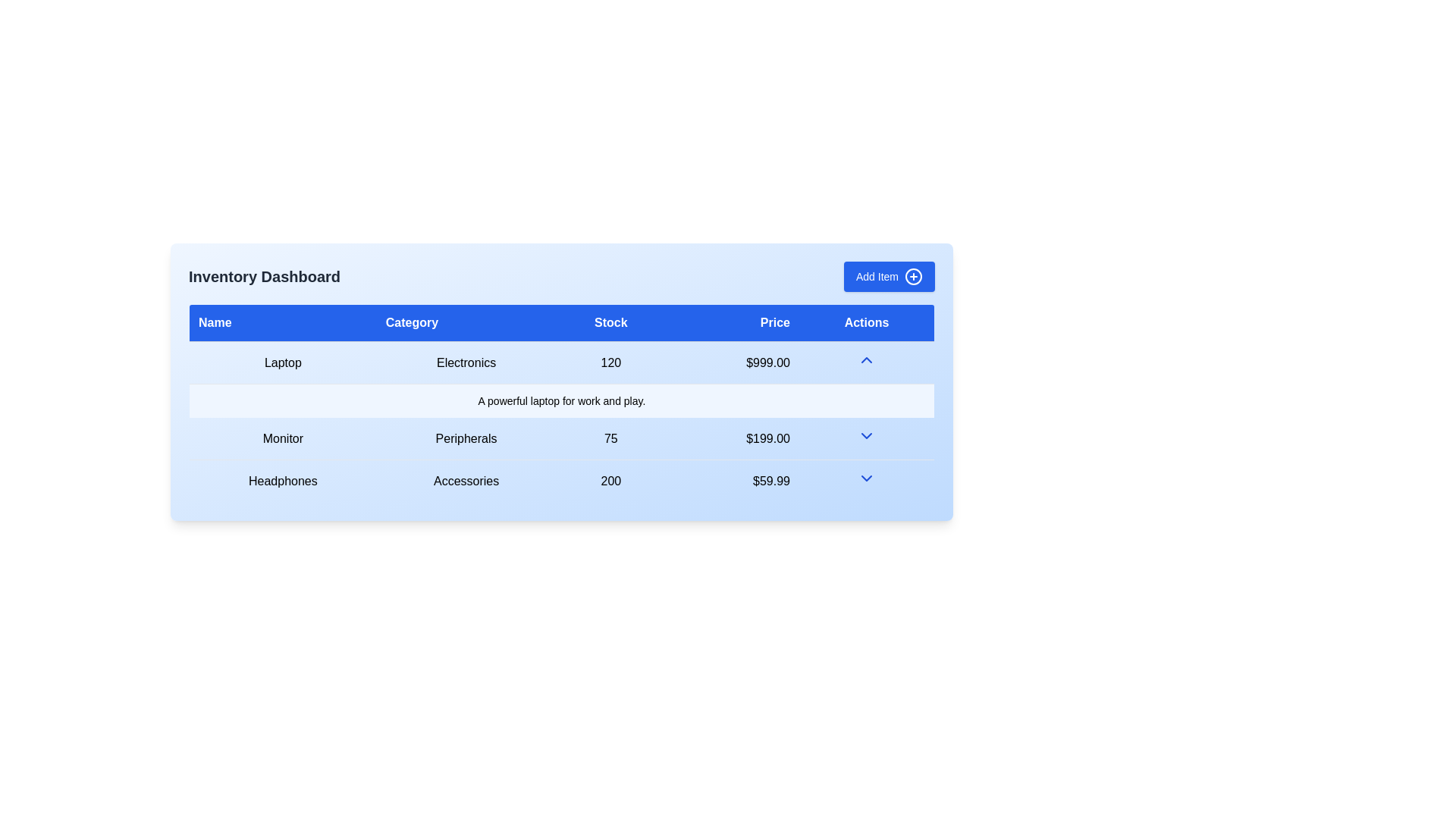 The image size is (1456, 819). What do you see at coordinates (610, 362) in the screenshot?
I see `the static text label displaying the number '120' in the third column of the first data row under the column header 'Stock'` at bounding box center [610, 362].